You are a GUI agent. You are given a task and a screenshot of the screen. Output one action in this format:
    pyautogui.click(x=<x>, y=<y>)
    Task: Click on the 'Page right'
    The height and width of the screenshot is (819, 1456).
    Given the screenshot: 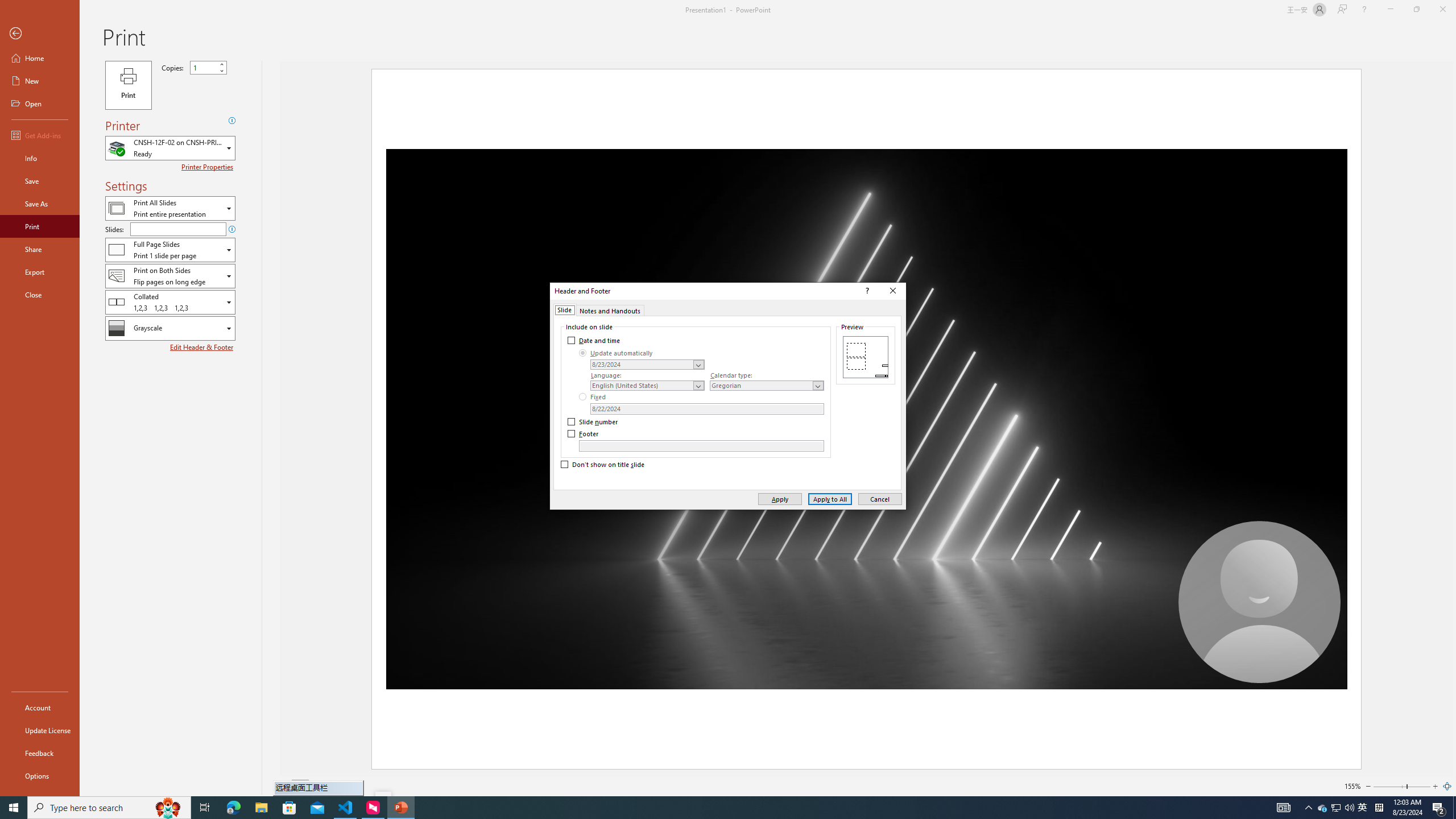 What is the action you would take?
    pyautogui.click(x=1418, y=786)
    